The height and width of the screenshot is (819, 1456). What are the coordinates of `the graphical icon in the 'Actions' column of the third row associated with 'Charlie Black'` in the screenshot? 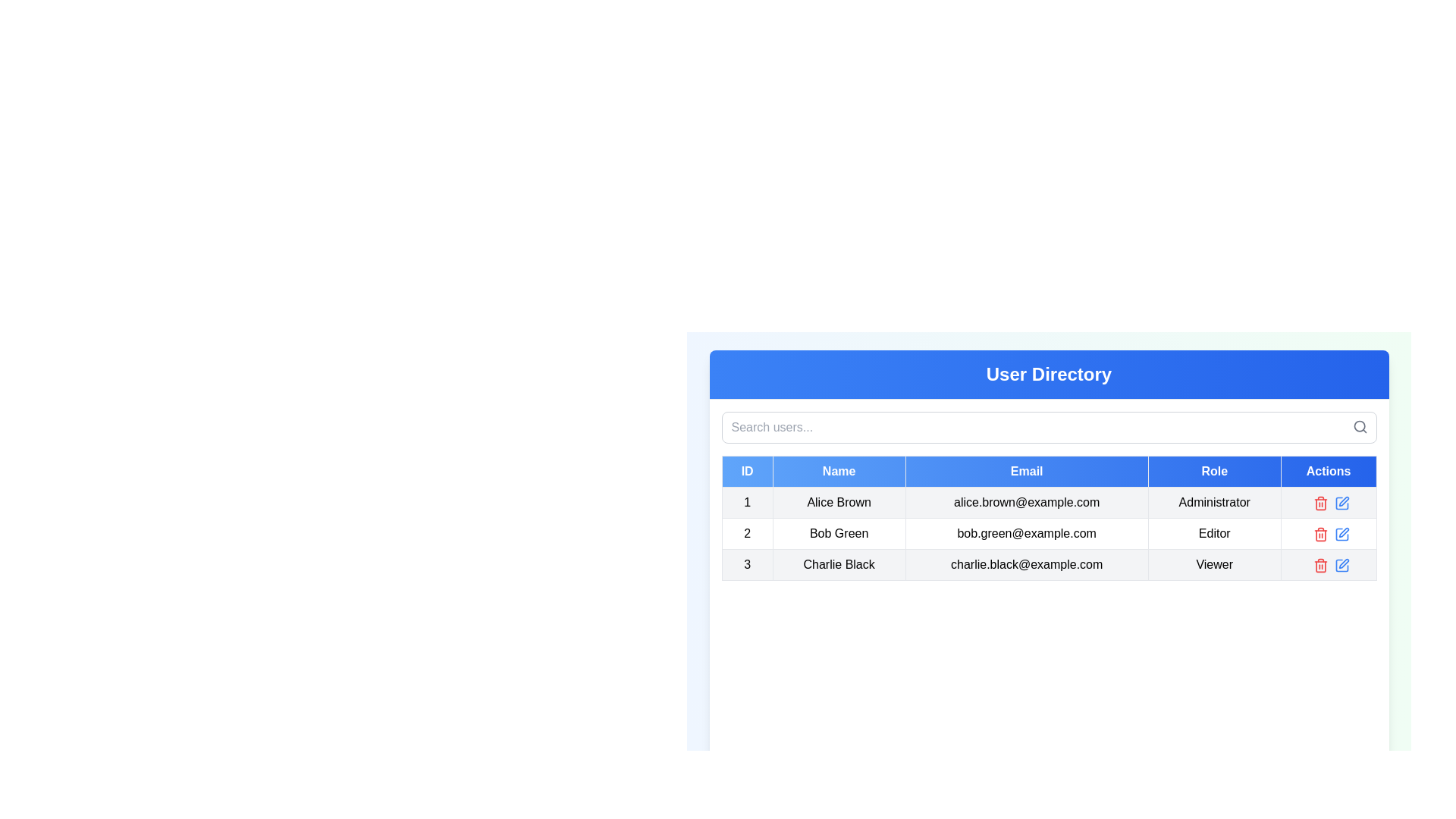 It's located at (1342, 565).